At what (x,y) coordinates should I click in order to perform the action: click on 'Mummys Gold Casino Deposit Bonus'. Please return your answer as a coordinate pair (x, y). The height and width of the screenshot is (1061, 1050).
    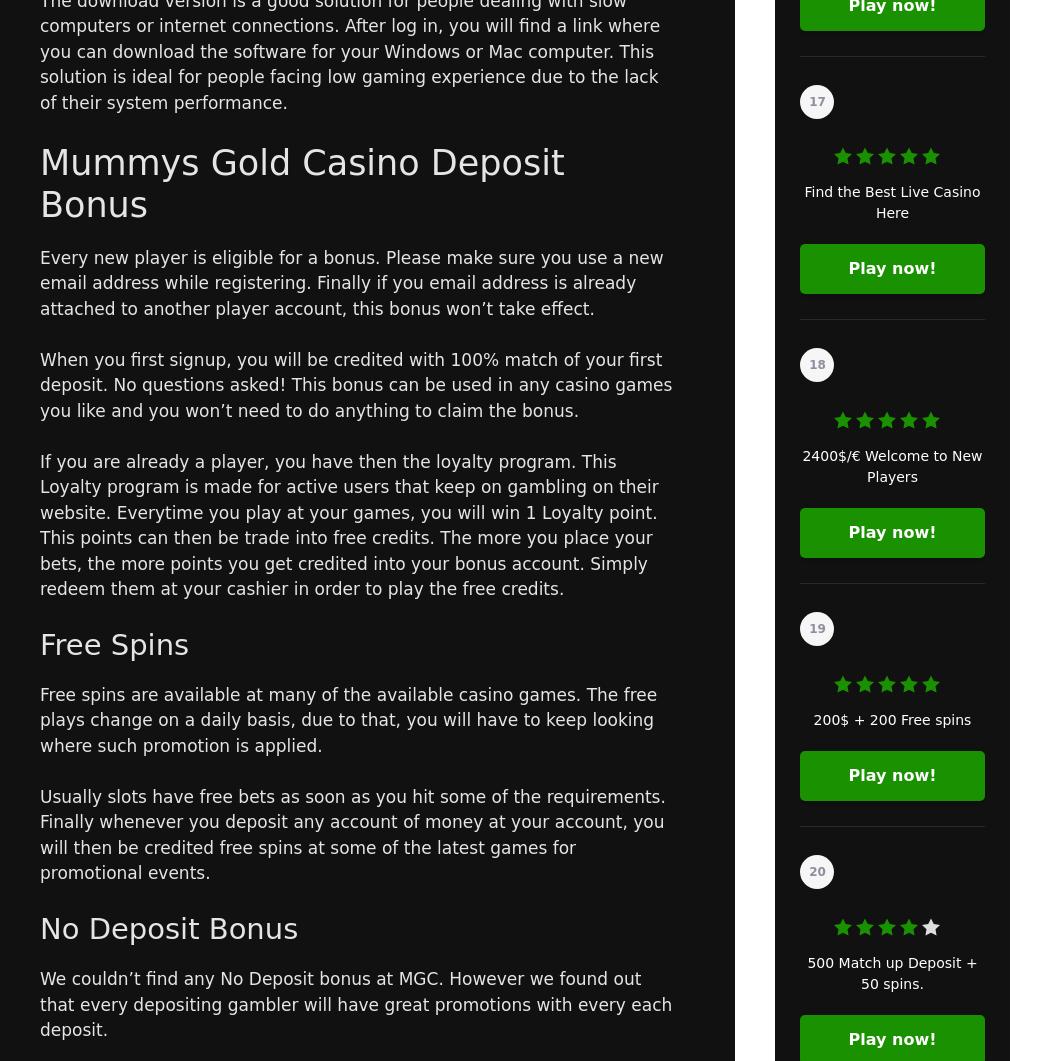
    Looking at the image, I should click on (301, 182).